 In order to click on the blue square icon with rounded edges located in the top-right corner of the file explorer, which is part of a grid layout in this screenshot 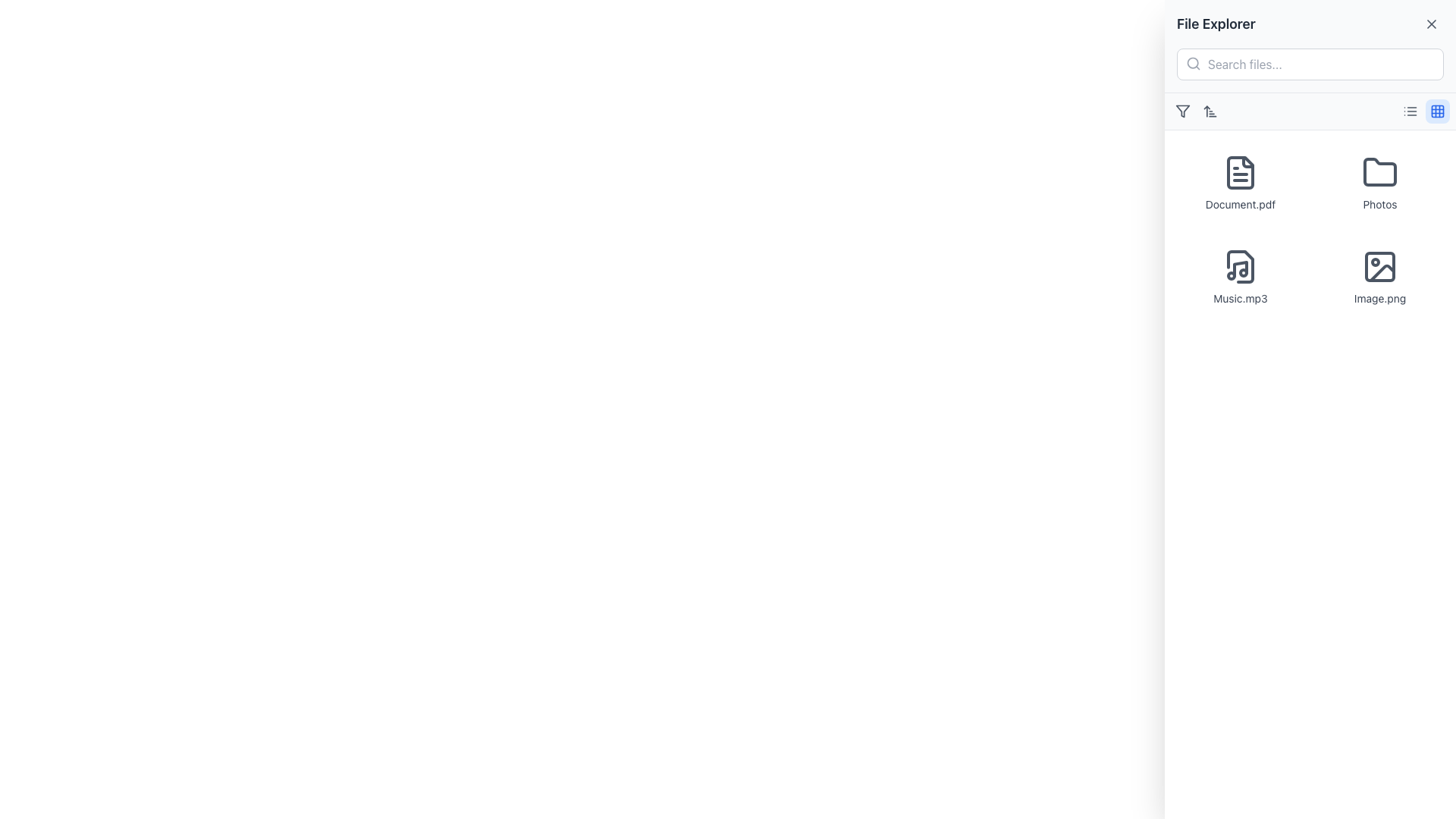, I will do `click(1437, 110)`.